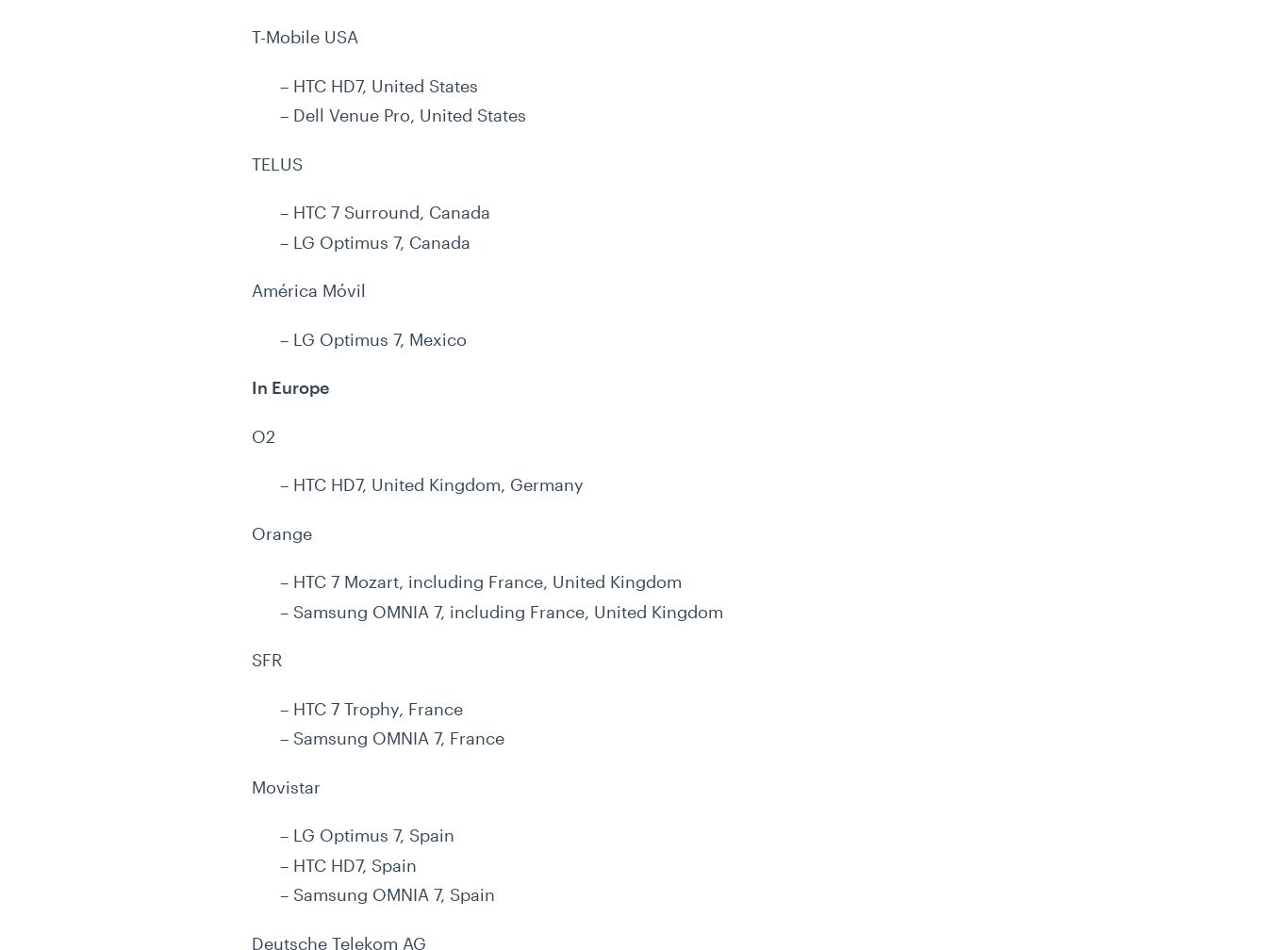  I want to click on '– HTC 7 Surround, Canada', so click(384, 211).